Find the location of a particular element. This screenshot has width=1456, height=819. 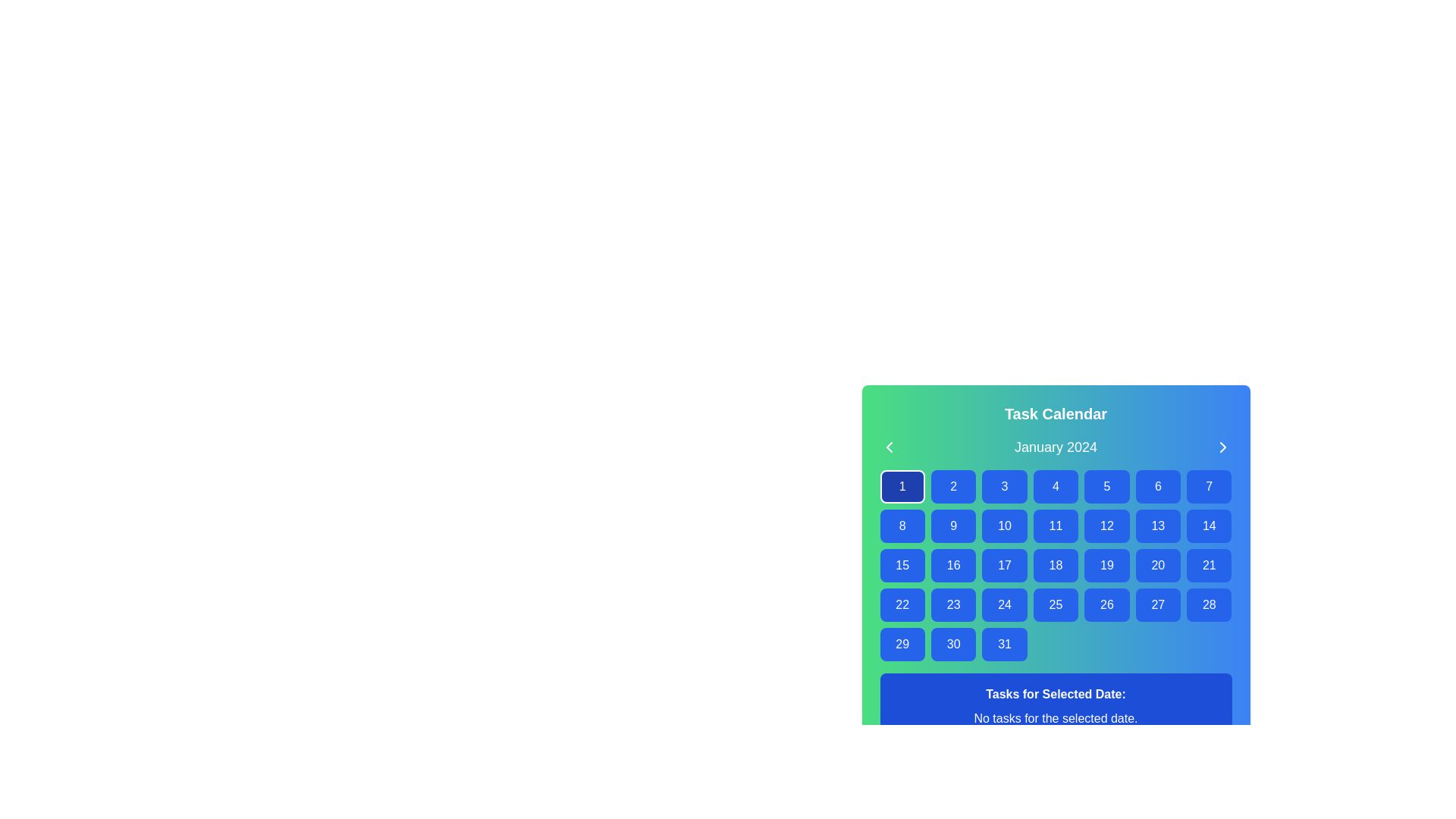

the button that navigates to the next month in the calendar interface, located adjacent to the 'January 2024' title in the top-right corner is located at coordinates (1222, 447).